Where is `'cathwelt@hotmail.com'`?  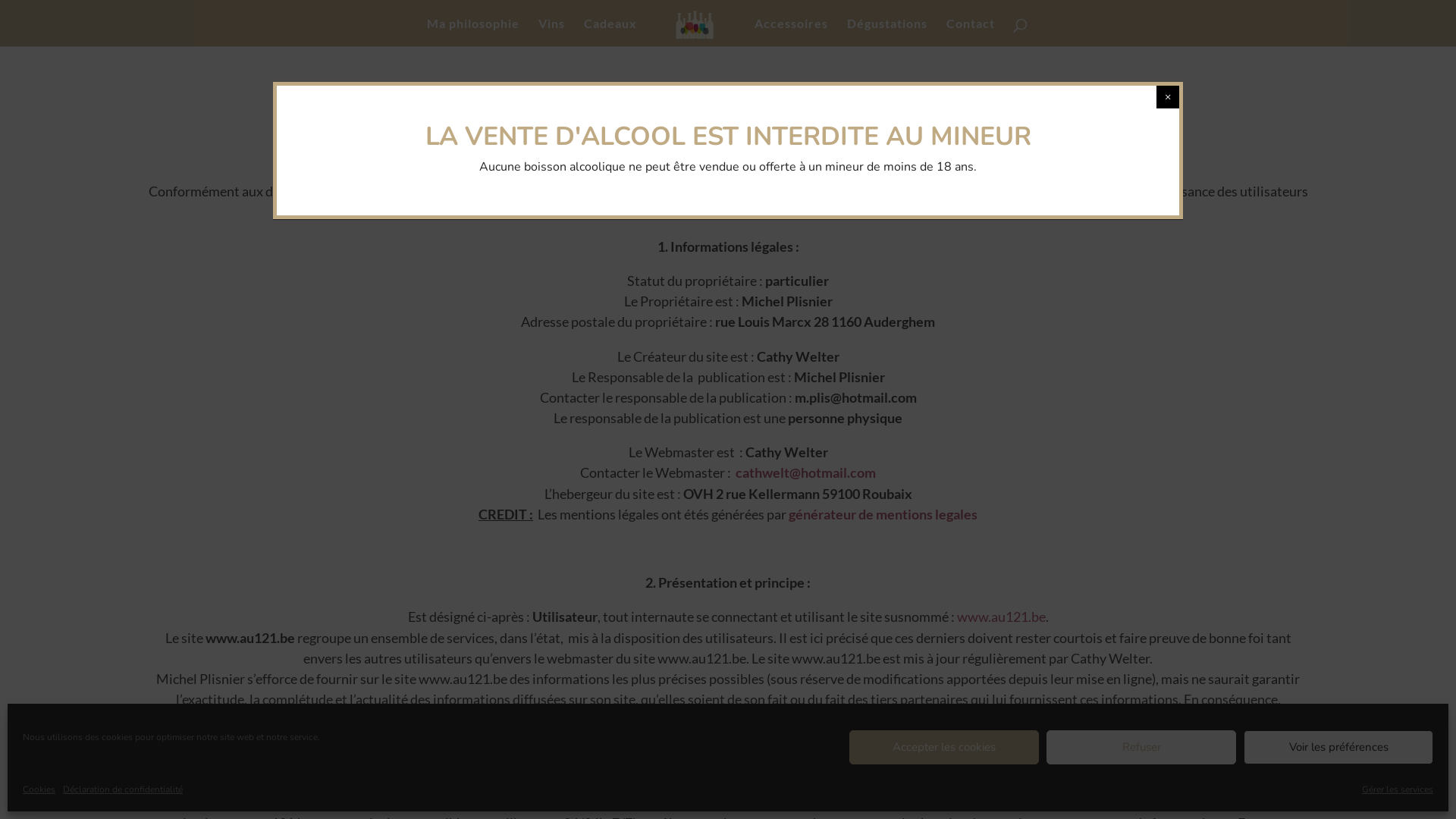
'cathwelt@hotmail.com' is located at coordinates (805, 472).